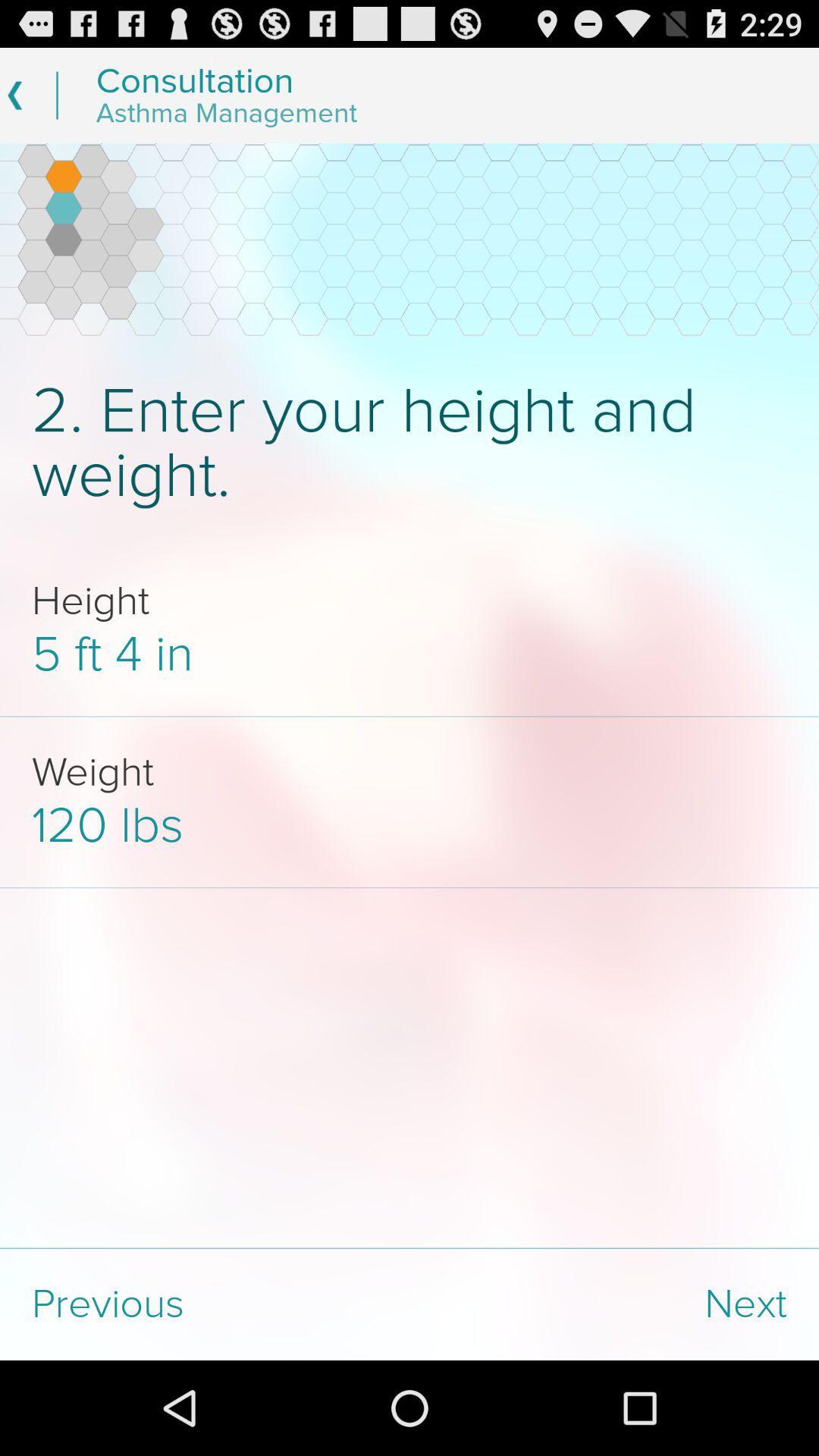 This screenshot has width=819, height=1456. I want to click on icon above the weight app, so click(409, 654).